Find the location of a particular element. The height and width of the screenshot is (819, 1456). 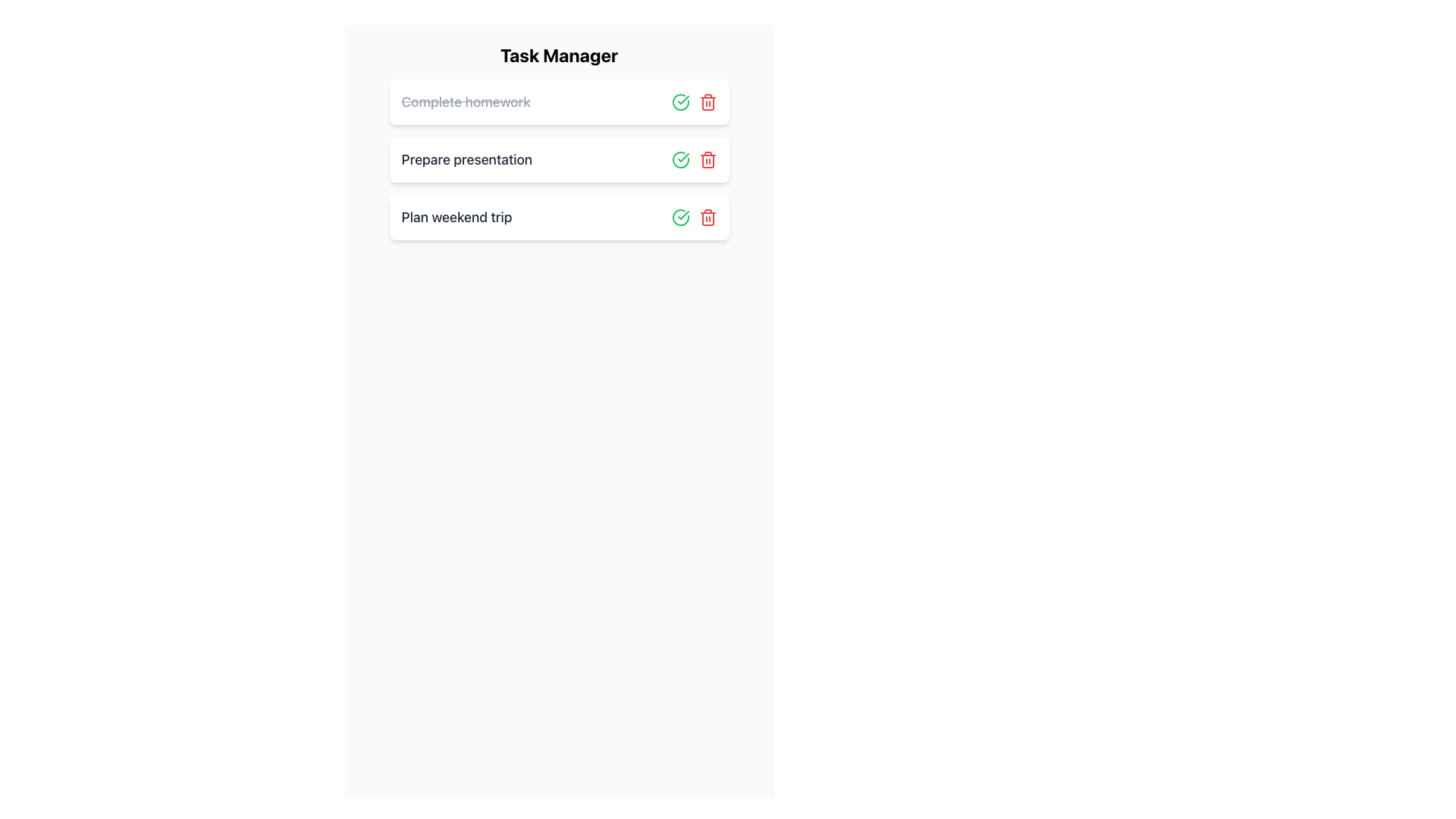

the icon button for task deletion associated with 'Complete homework' in the task management interface to confirm the removal of the task is located at coordinates (707, 102).